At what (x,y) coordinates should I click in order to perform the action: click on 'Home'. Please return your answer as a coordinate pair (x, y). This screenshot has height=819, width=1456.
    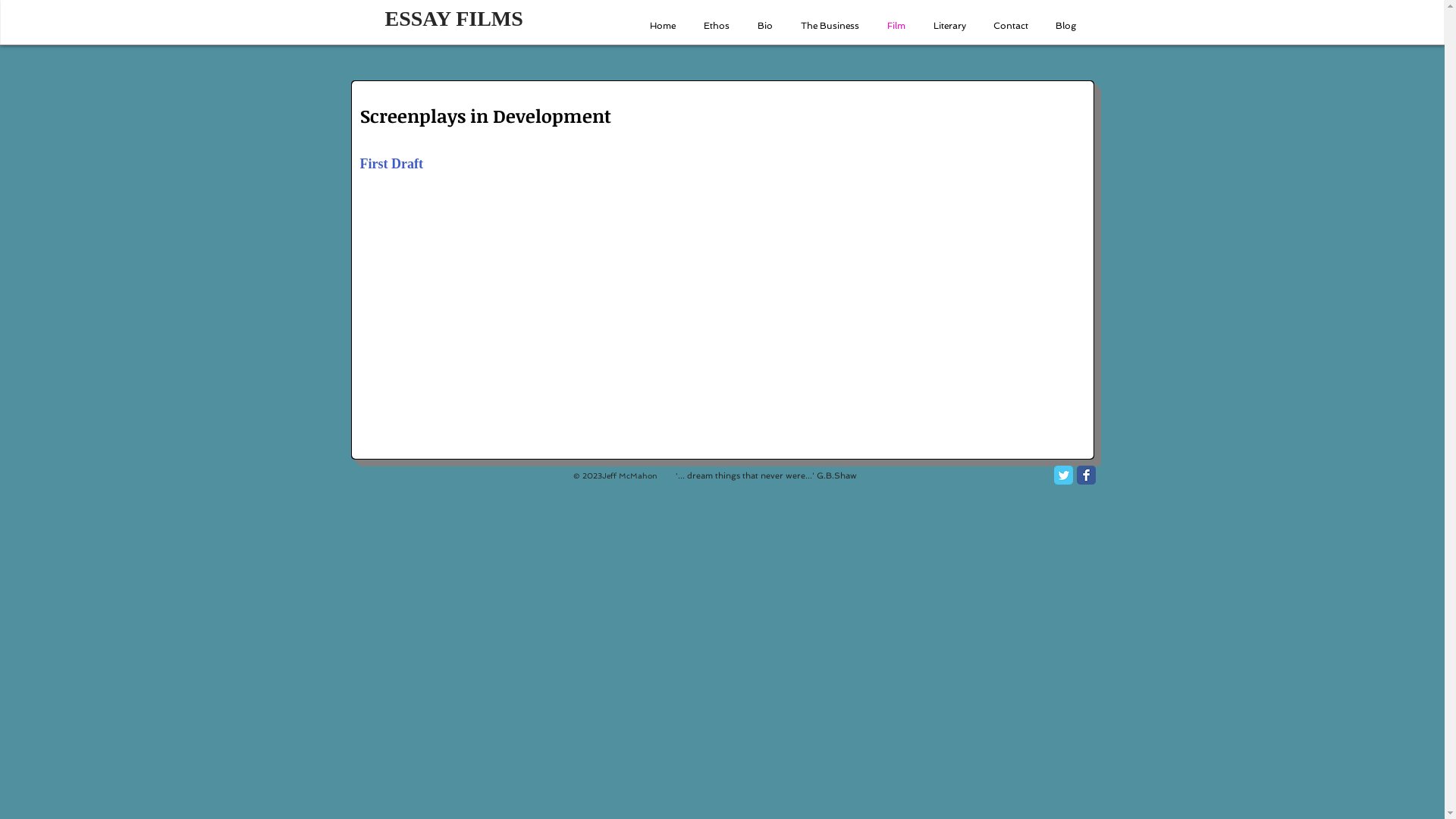
    Looking at the image, I should click on (661, 26).